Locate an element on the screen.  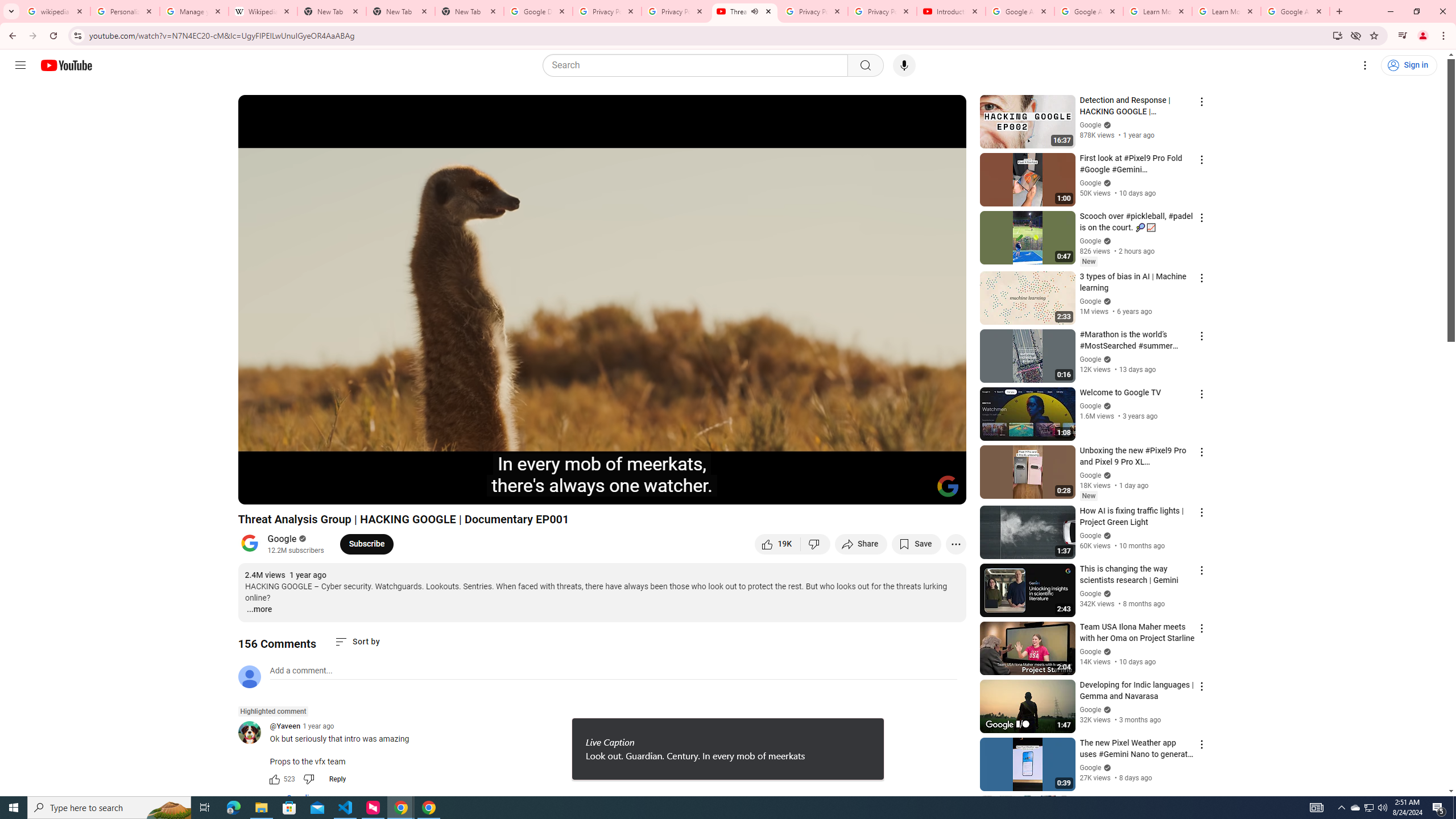
'Seek slider' is located at coordinates (601, 475).